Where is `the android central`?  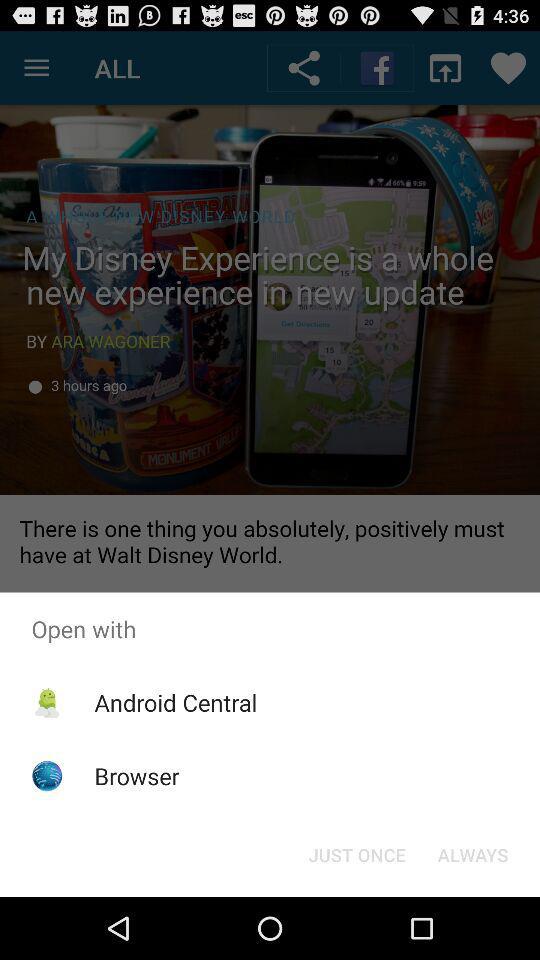
the android central is located at coordinates (175, 702).